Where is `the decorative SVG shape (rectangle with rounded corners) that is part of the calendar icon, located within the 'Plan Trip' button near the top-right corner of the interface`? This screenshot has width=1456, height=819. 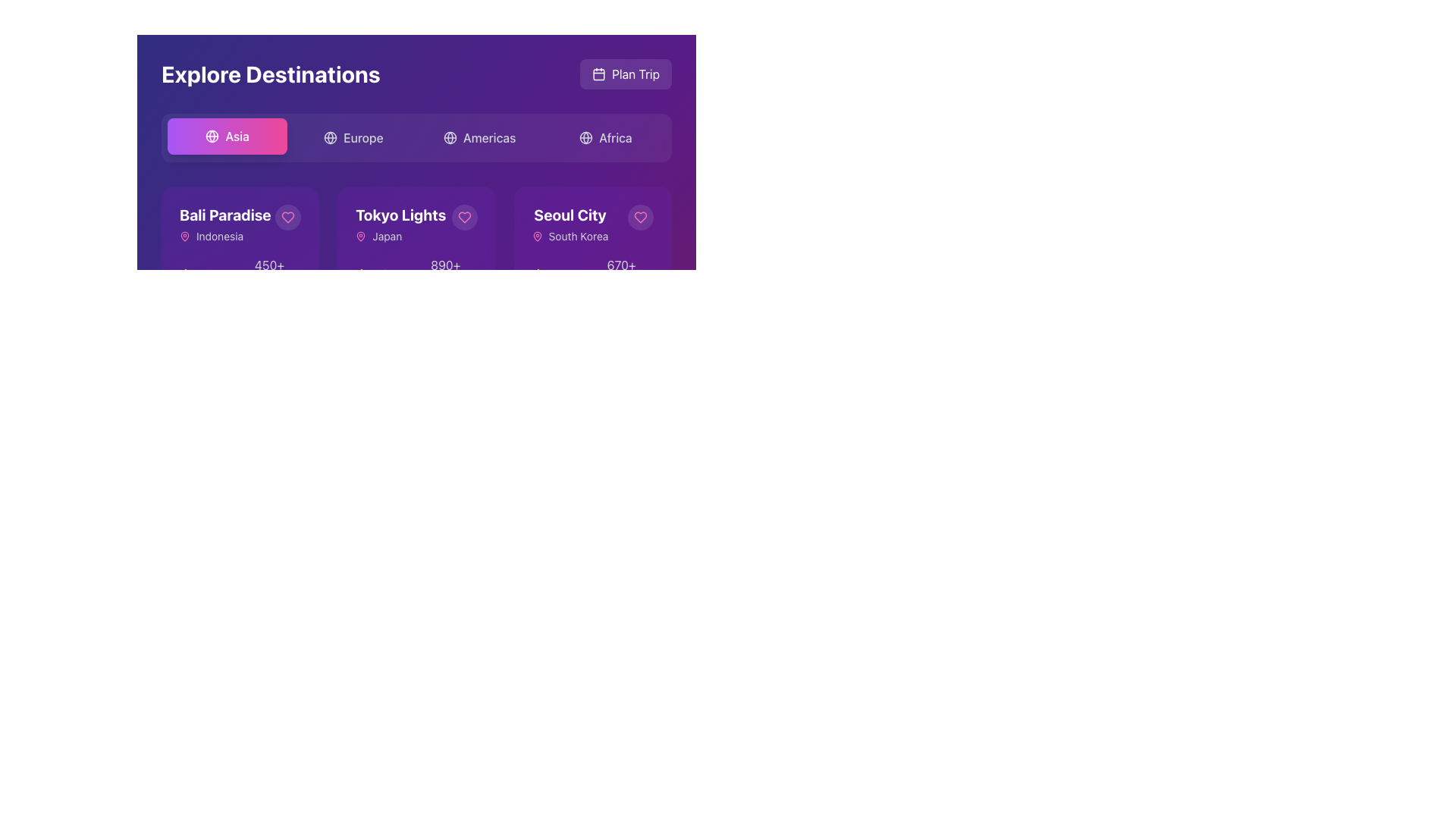 the decorative SVG shape (rectangle with rounded corners) that is part of the calendar icon, located within the 'Plan Trip' button near the top-right corner of the interface is located at coordinates (598, 74).